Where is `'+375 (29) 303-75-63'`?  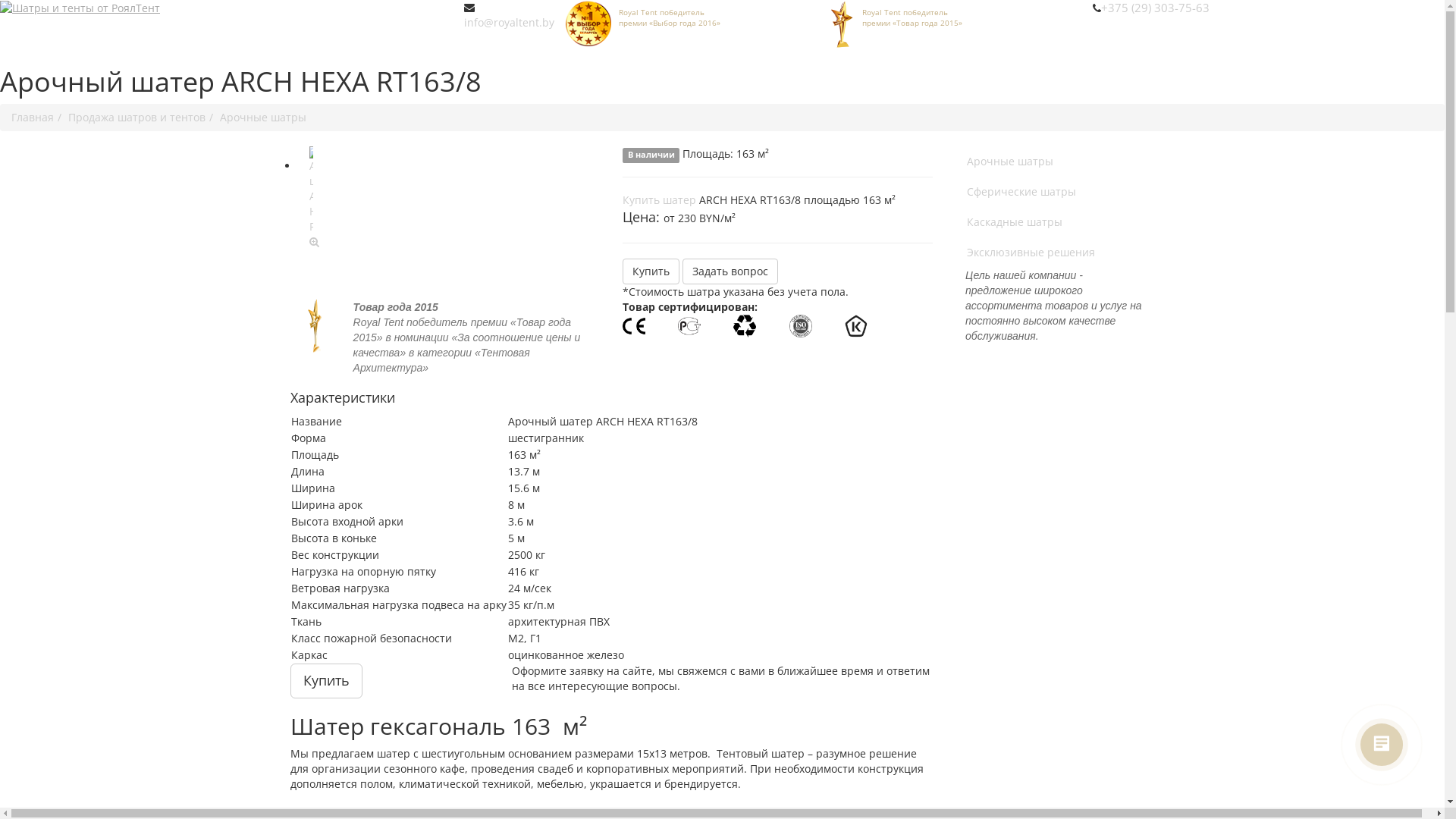 '+375 (29) 303-75-63' is located at coordinates (1154, 8).